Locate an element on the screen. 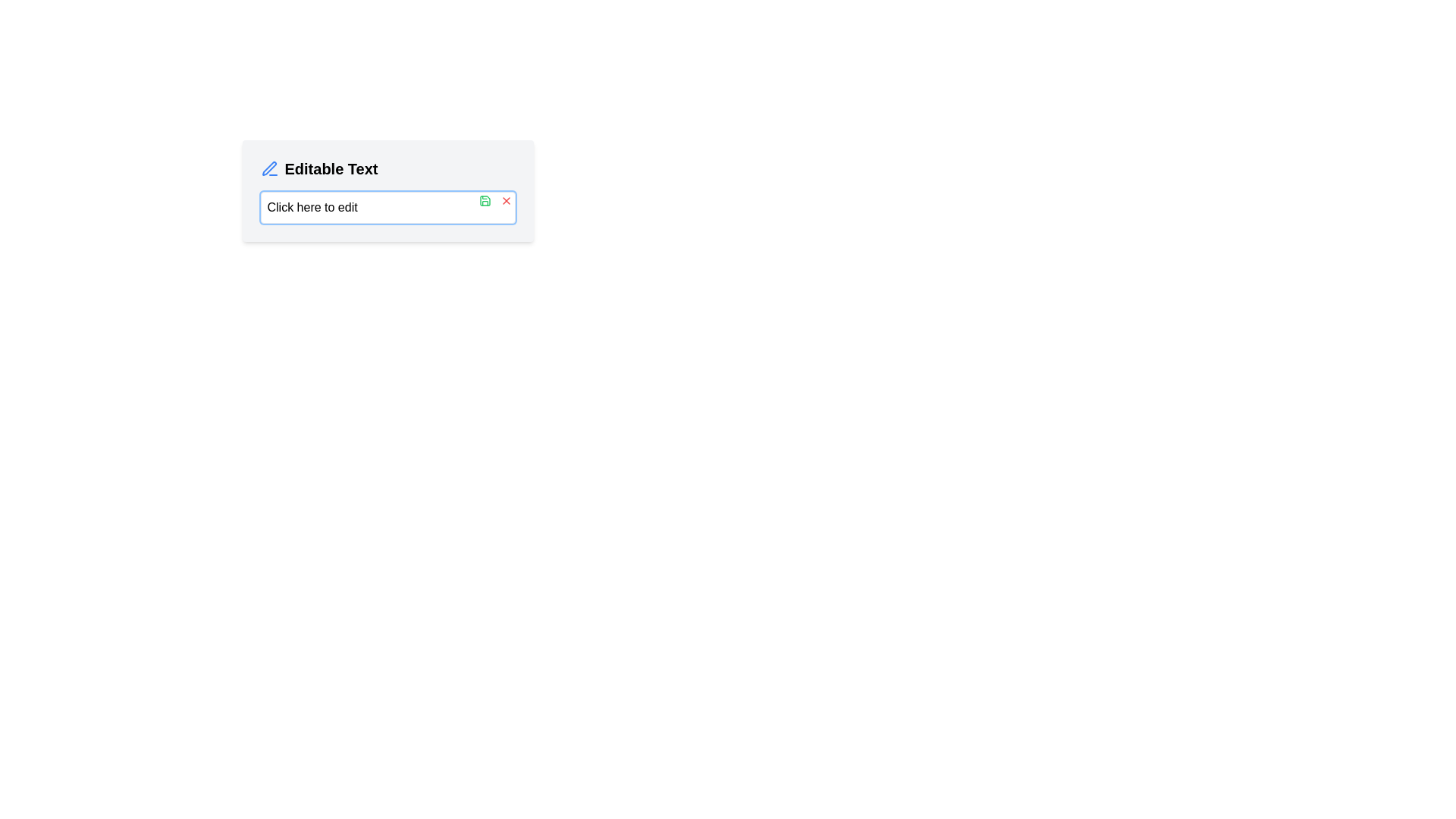 The image size is (1456, 819). the cancel icon located in the icon group to the right of the editable input field labeled 'Click here is located at coordinates (495, 200).